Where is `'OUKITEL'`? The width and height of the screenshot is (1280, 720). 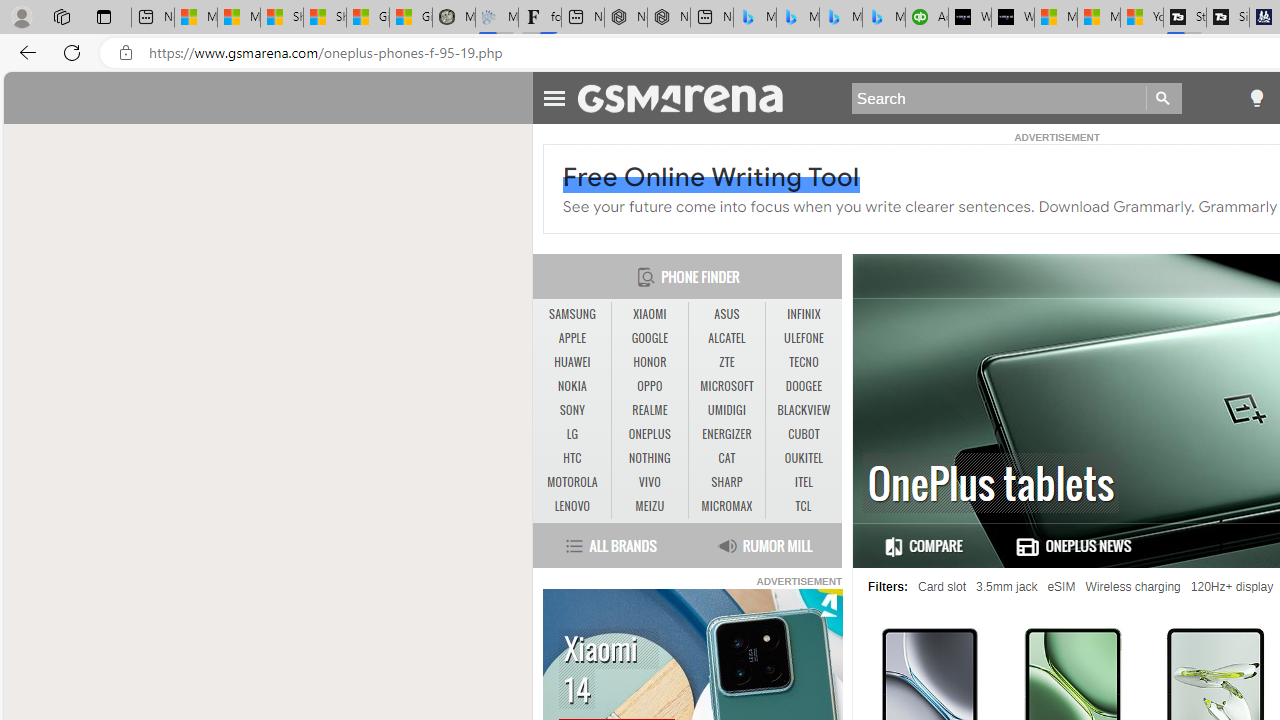
'OUKITEL' is located at coordinates (803, 458).